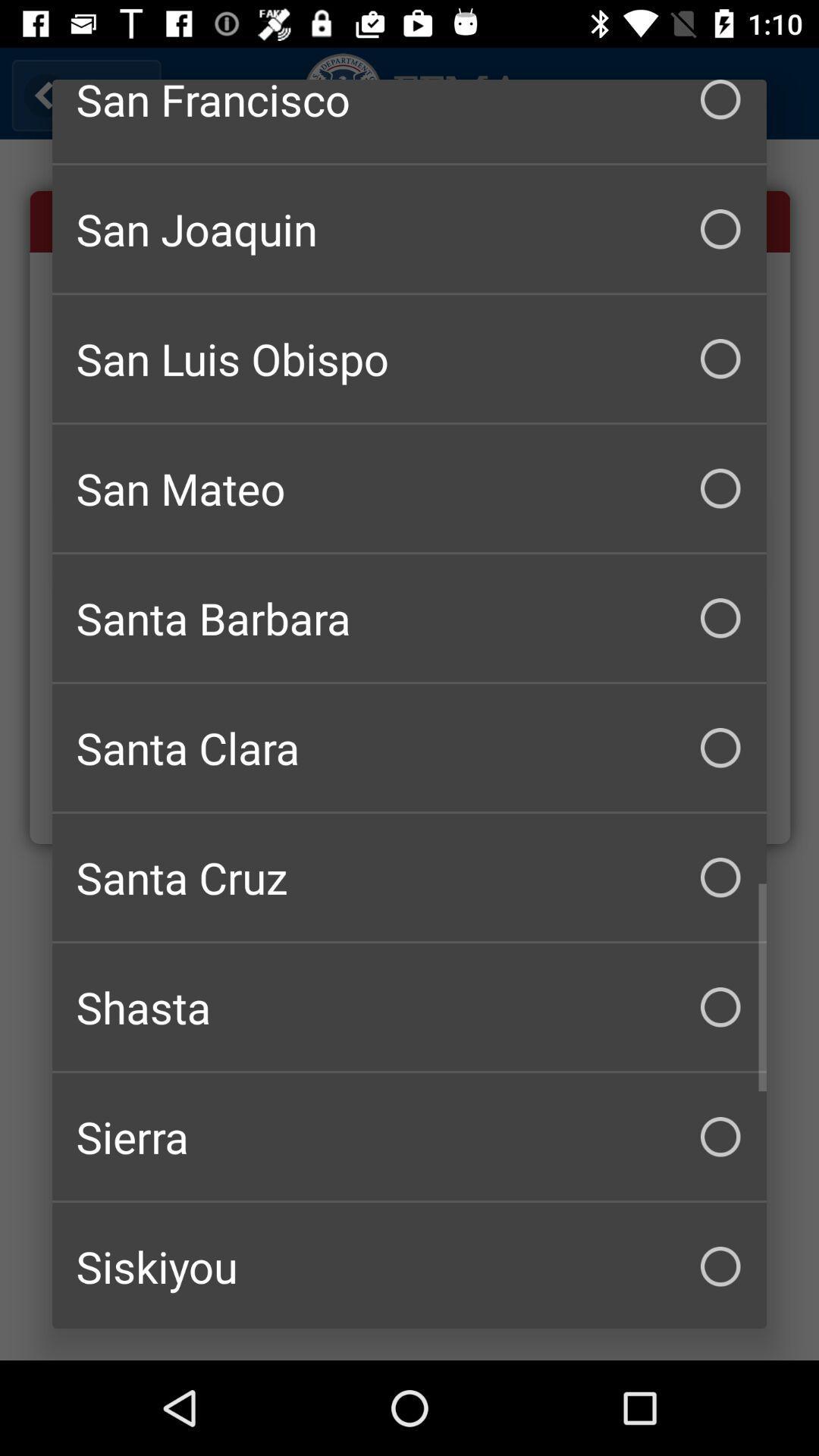  I want to click on san luis obispo item, so click(409, 358).